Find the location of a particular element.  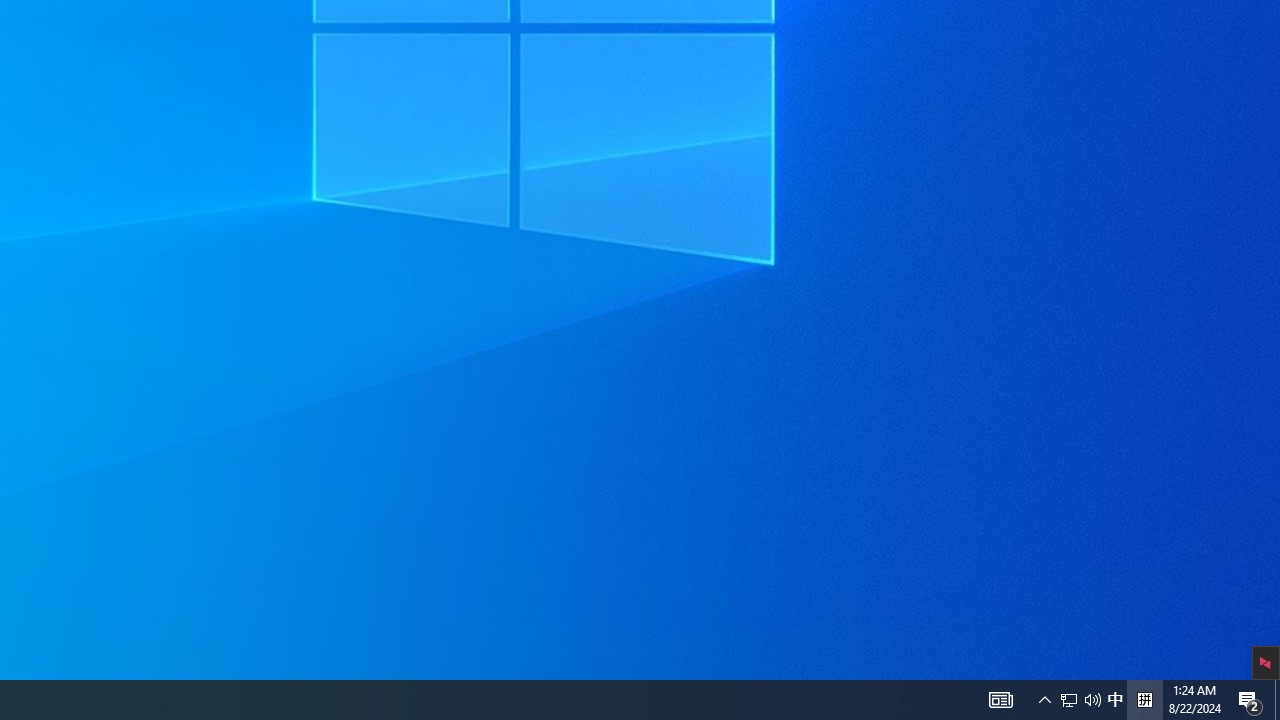

'User Promoted Notification Area' is located at coordinates (1044, 698).